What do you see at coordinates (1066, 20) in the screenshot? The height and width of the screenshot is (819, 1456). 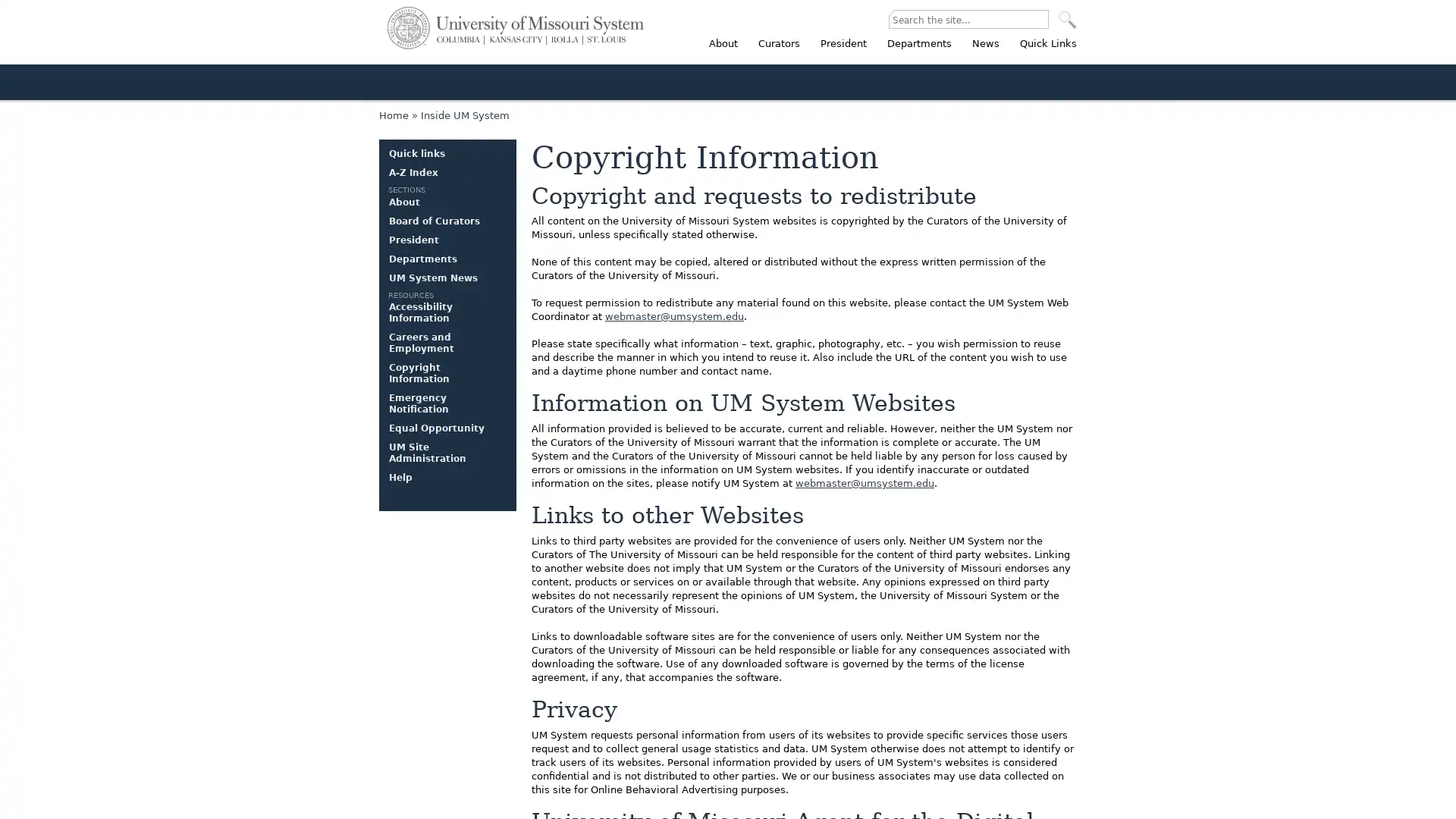 I see `SEARCH` at bounding box center [1066, 20].